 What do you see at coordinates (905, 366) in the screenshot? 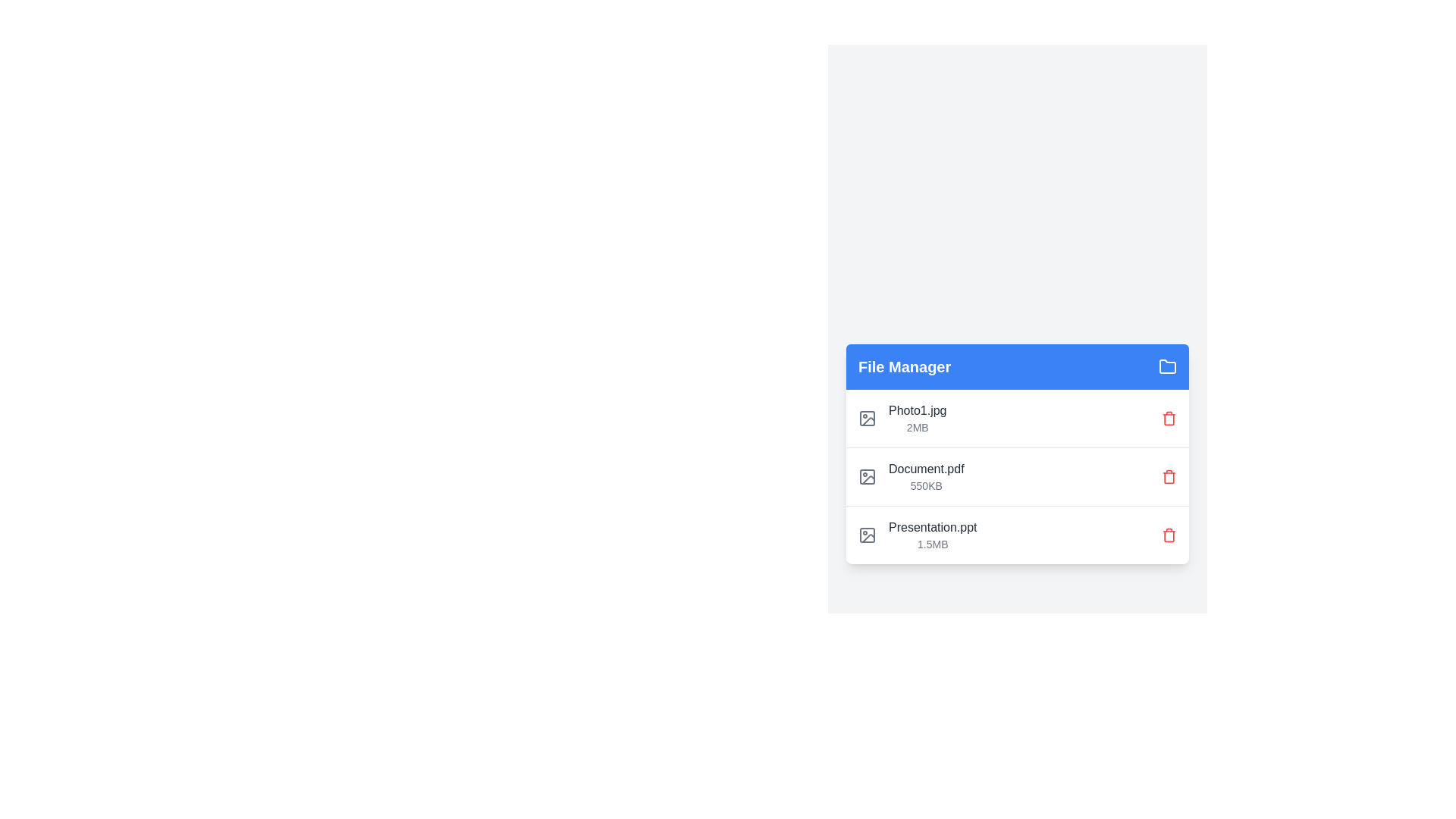
I see `the 'File Manager' text element, which is styled in large bold font and is located in the upper-left corner of the blue header section of the file management interface` at bounding box center [905, 366].